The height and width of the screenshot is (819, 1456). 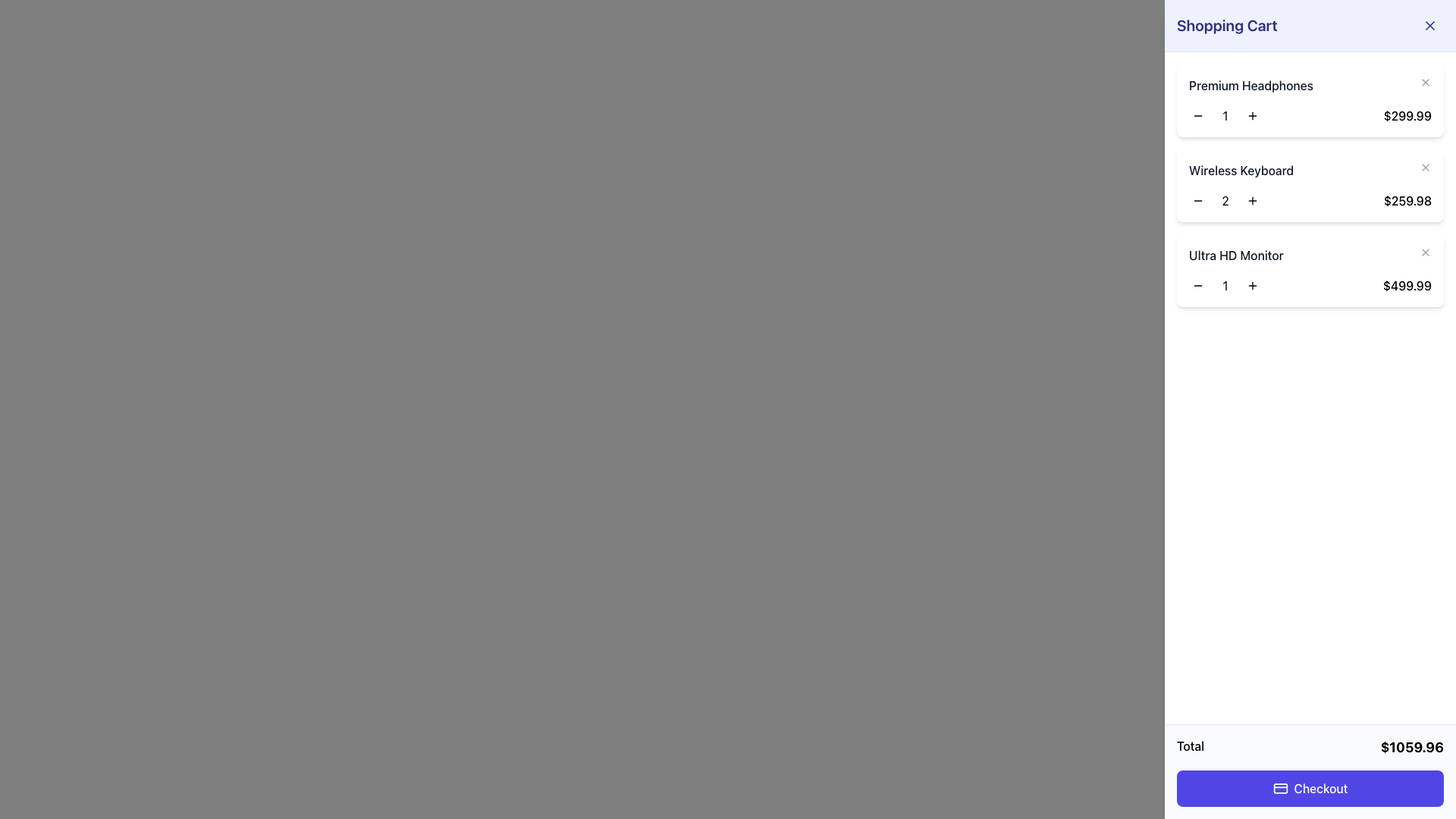 I want to click on the text display label that shows the quantity of an item in the shopping cart interface, positioned between the '-' and '+' buttons, so click(x=1225, y=115).